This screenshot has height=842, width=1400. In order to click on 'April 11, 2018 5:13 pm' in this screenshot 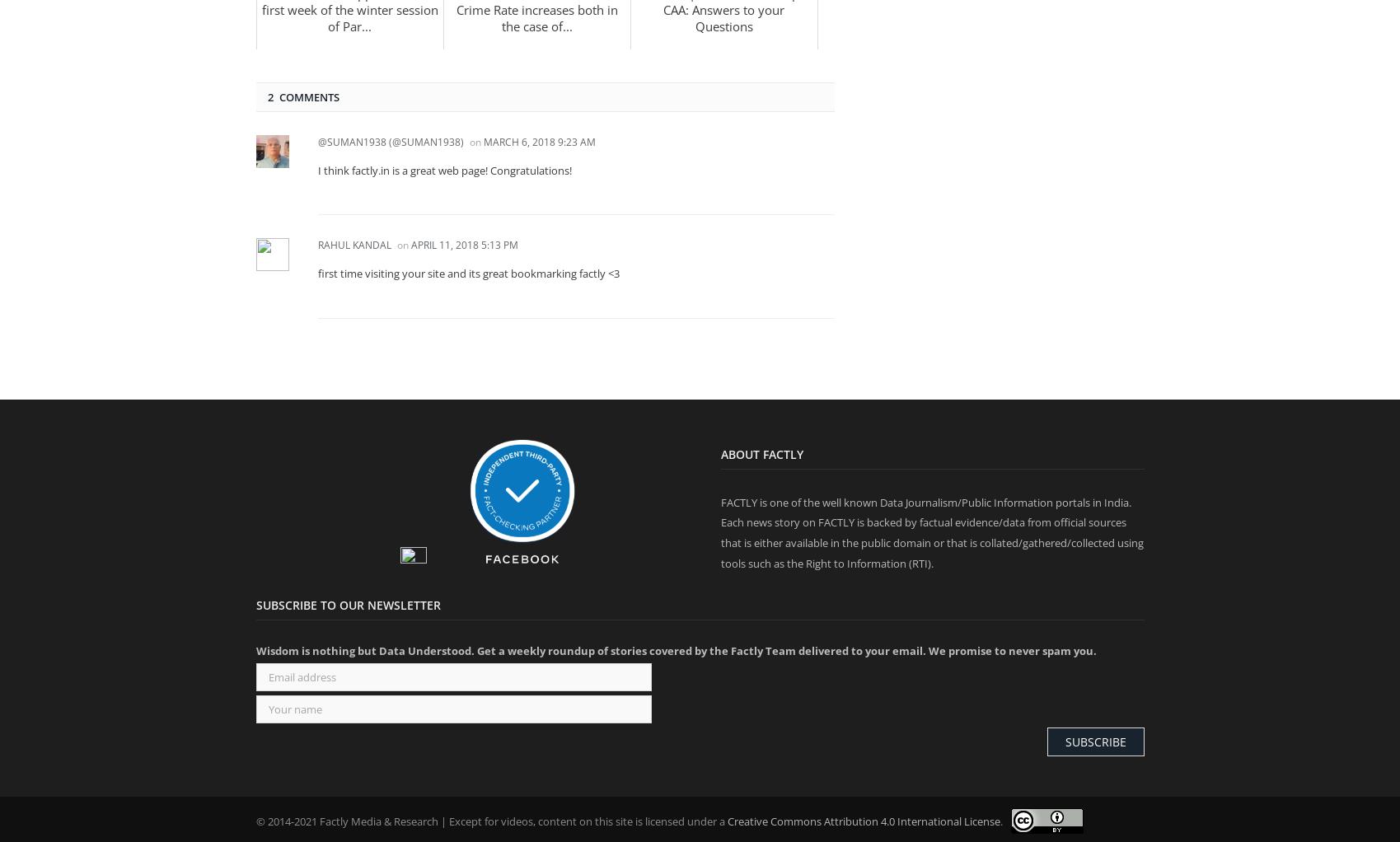, I will do `click(463, 244)`.